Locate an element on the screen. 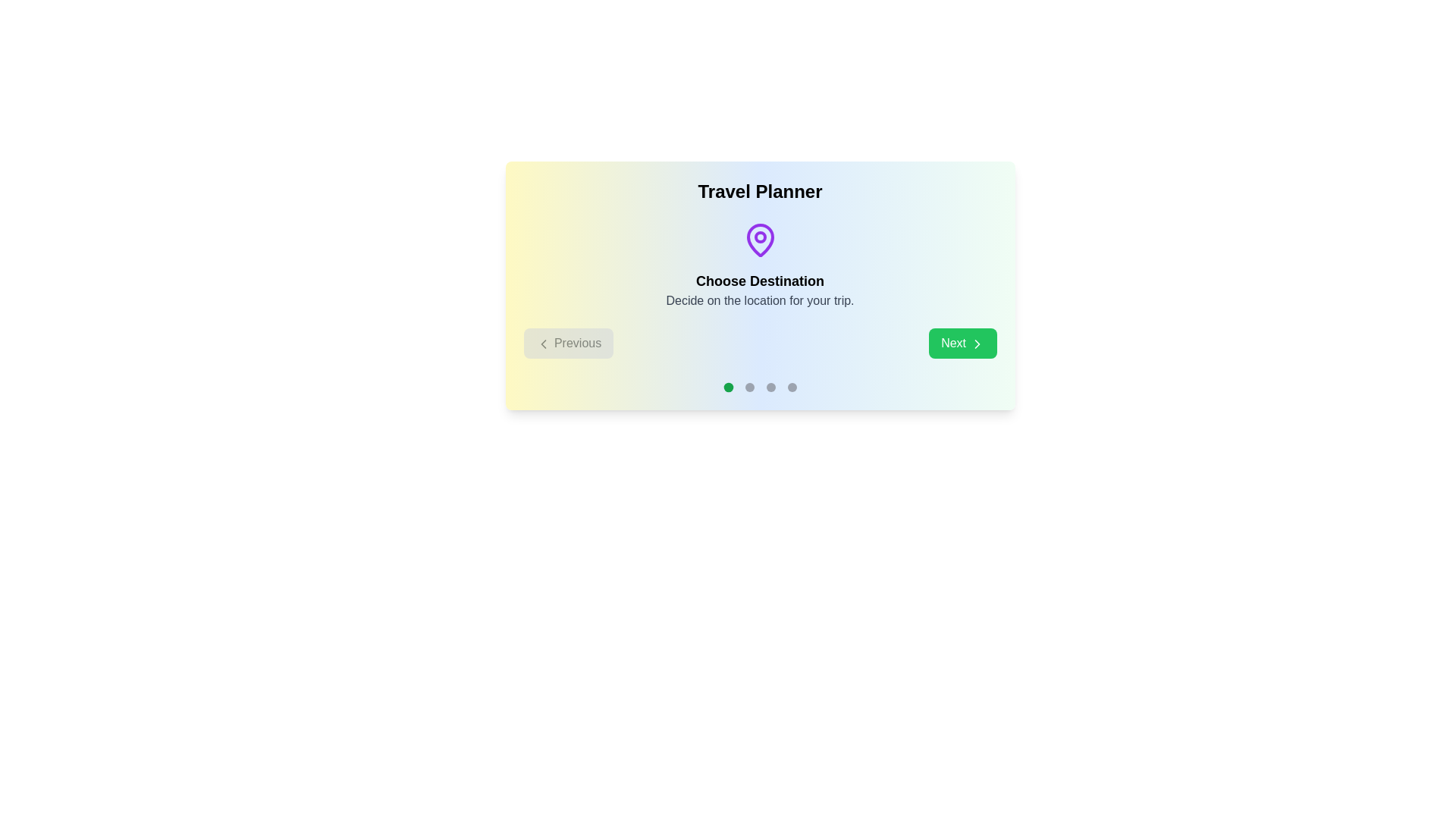 The height and width of the screenshot is (819, 1456). bold text label that says 'Choose Destination', which is positioned below a location pin icon and above a description text is located at coordinates (760, 281).